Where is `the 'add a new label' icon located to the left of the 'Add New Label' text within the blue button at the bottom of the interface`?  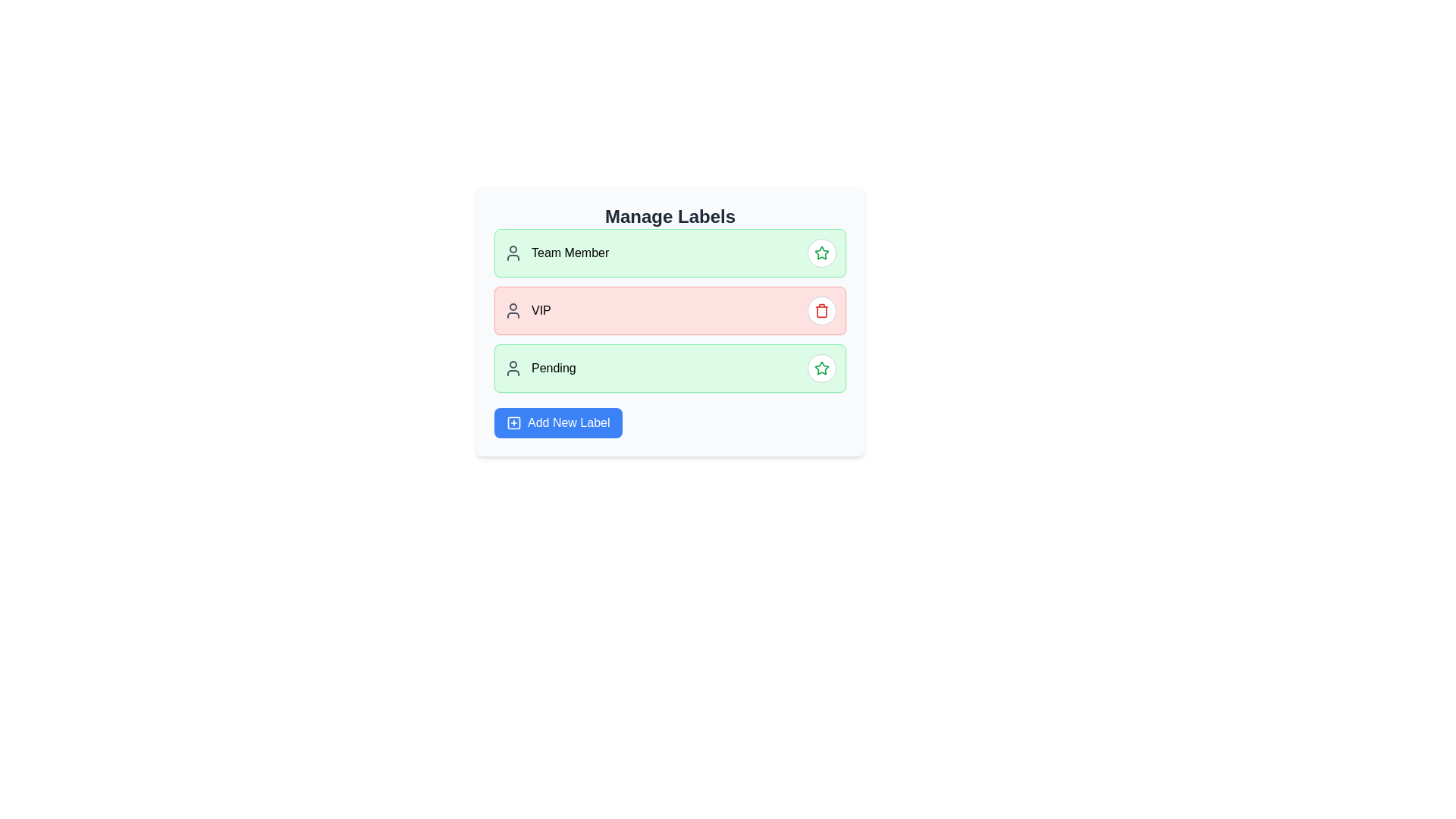 the 'add a new label' icon located to the left of the 'Add New Label' text within the blue button at the bottom of the interface is located at coordinates (513, 423).